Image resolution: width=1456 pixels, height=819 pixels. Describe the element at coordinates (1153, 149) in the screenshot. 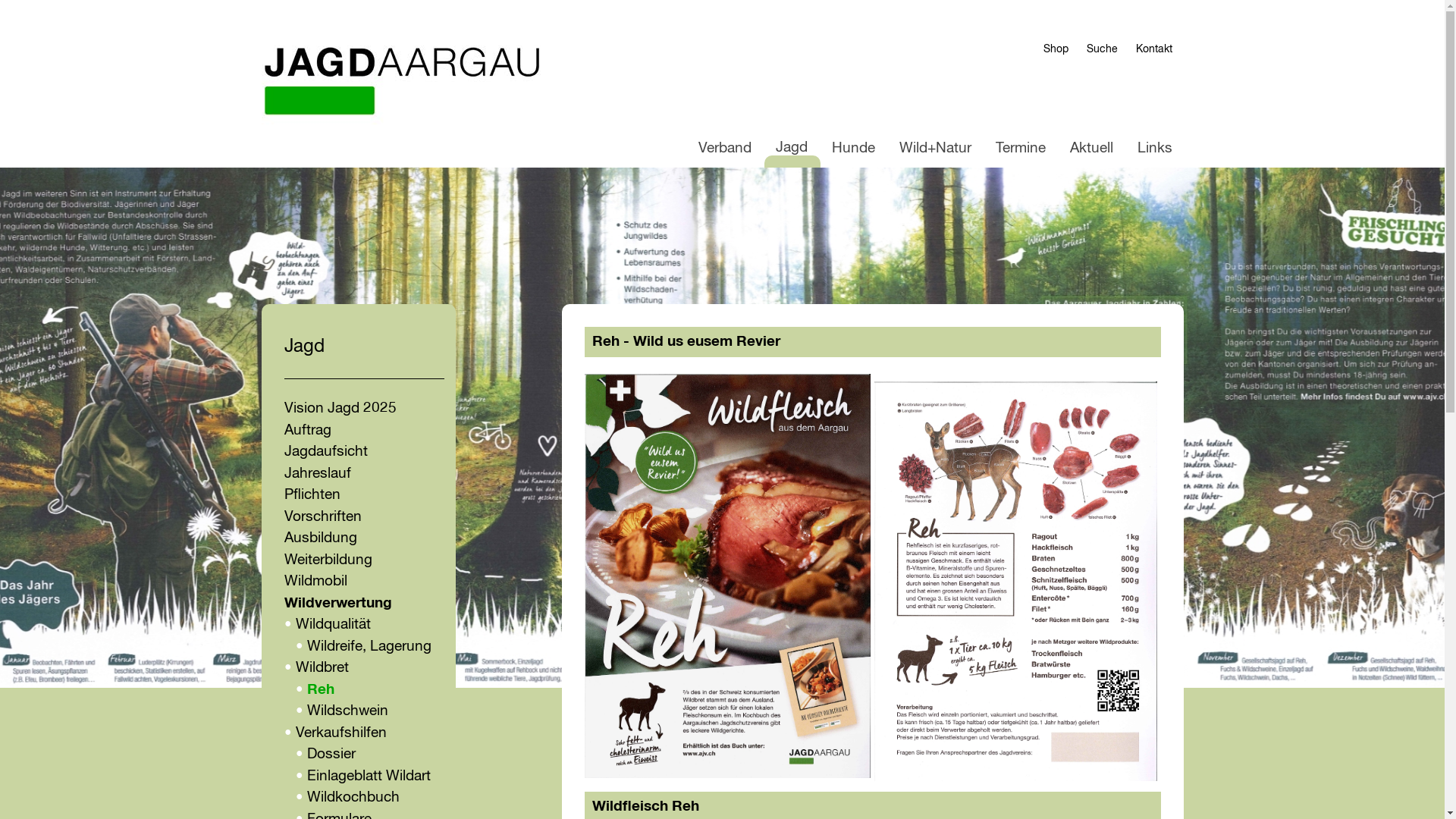

I see `'Links'` at that location.